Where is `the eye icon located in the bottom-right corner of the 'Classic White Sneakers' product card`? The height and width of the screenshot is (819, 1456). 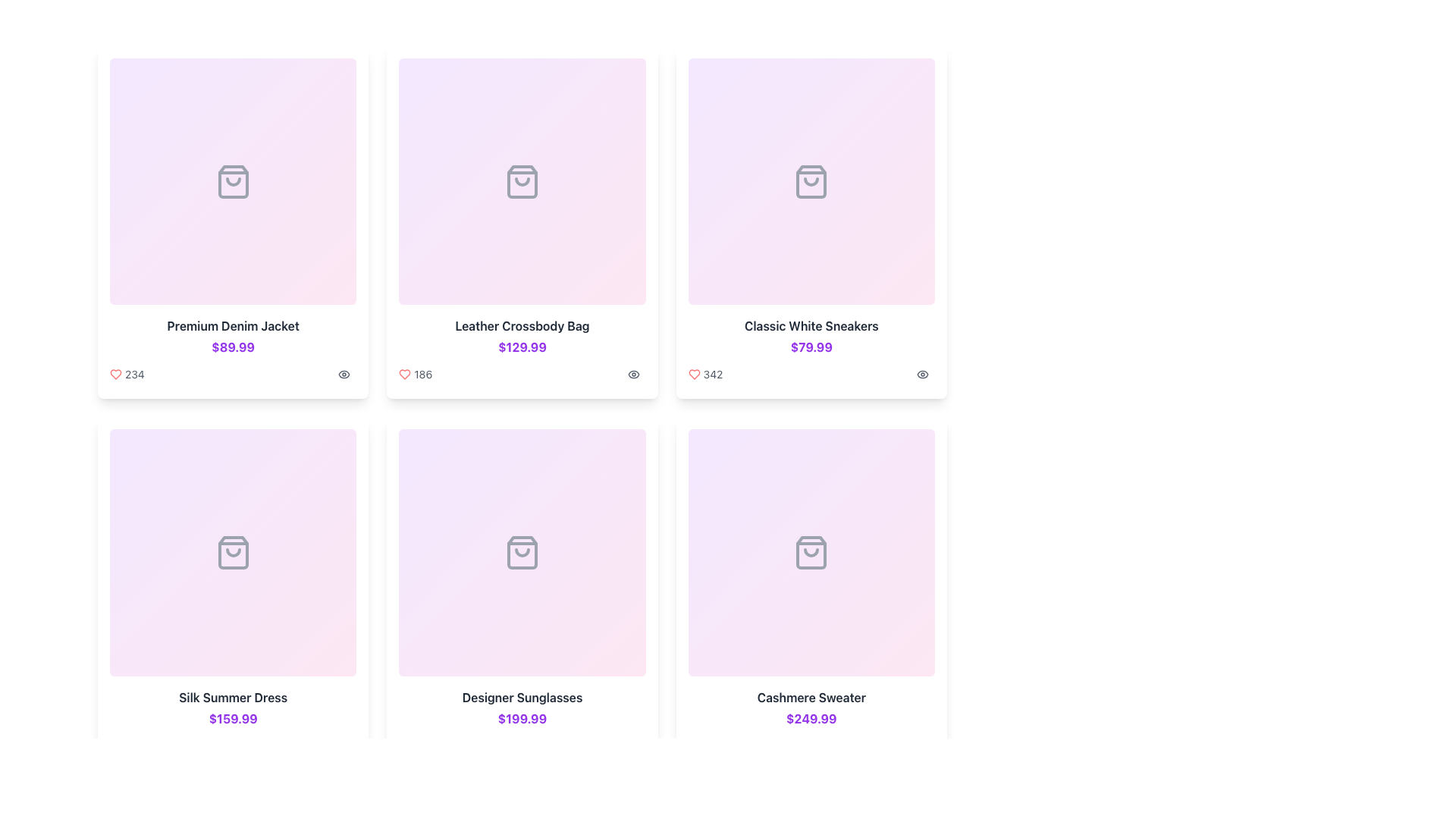
the eye icon located in the bottom-right corner of the 'Classic White Sneakers' product card is located at coordinates (922, 374).